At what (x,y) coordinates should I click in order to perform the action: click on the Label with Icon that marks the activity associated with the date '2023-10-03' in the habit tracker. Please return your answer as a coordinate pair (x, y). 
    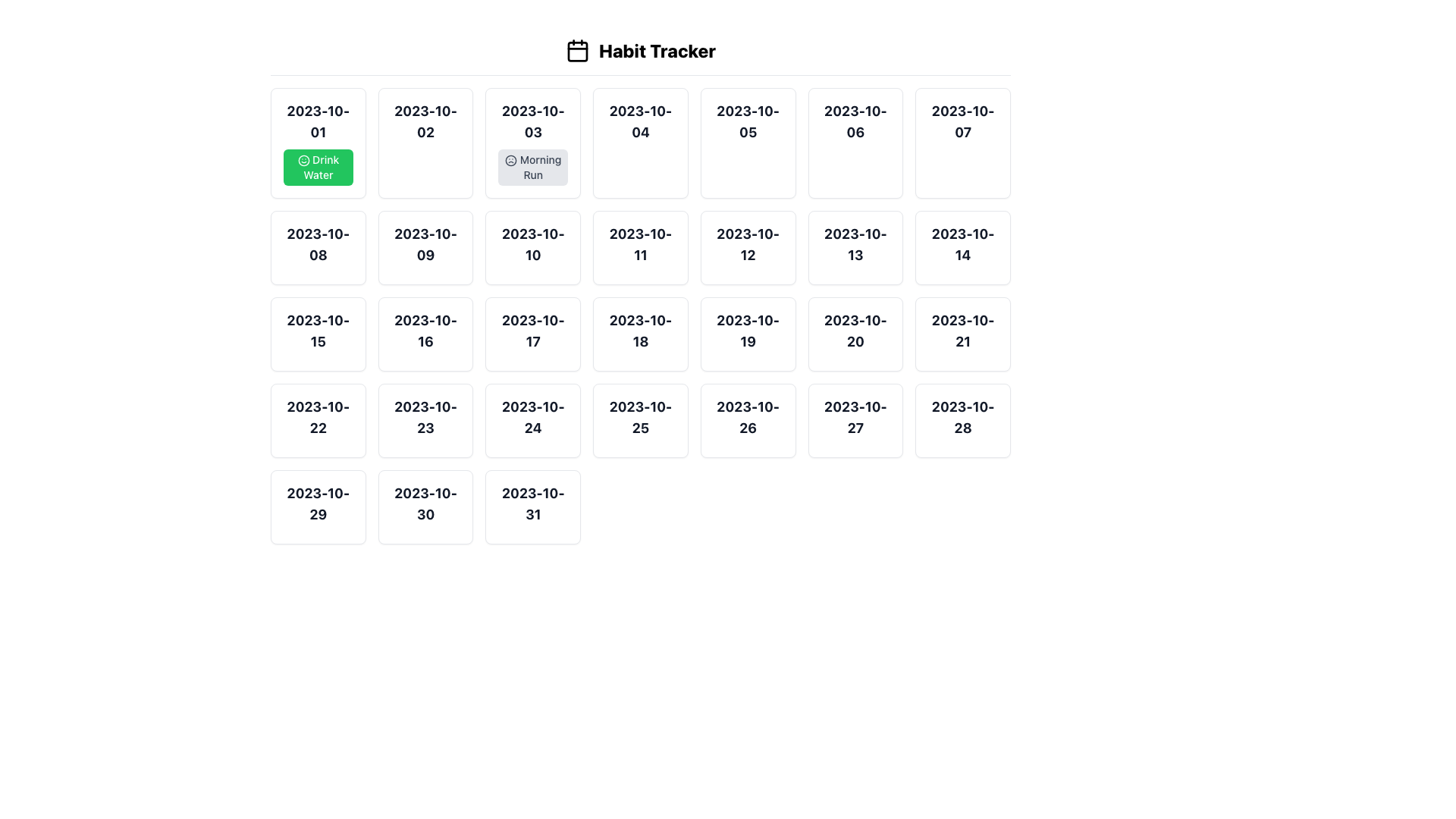
    Looking at the image, I should click on (533, 167).